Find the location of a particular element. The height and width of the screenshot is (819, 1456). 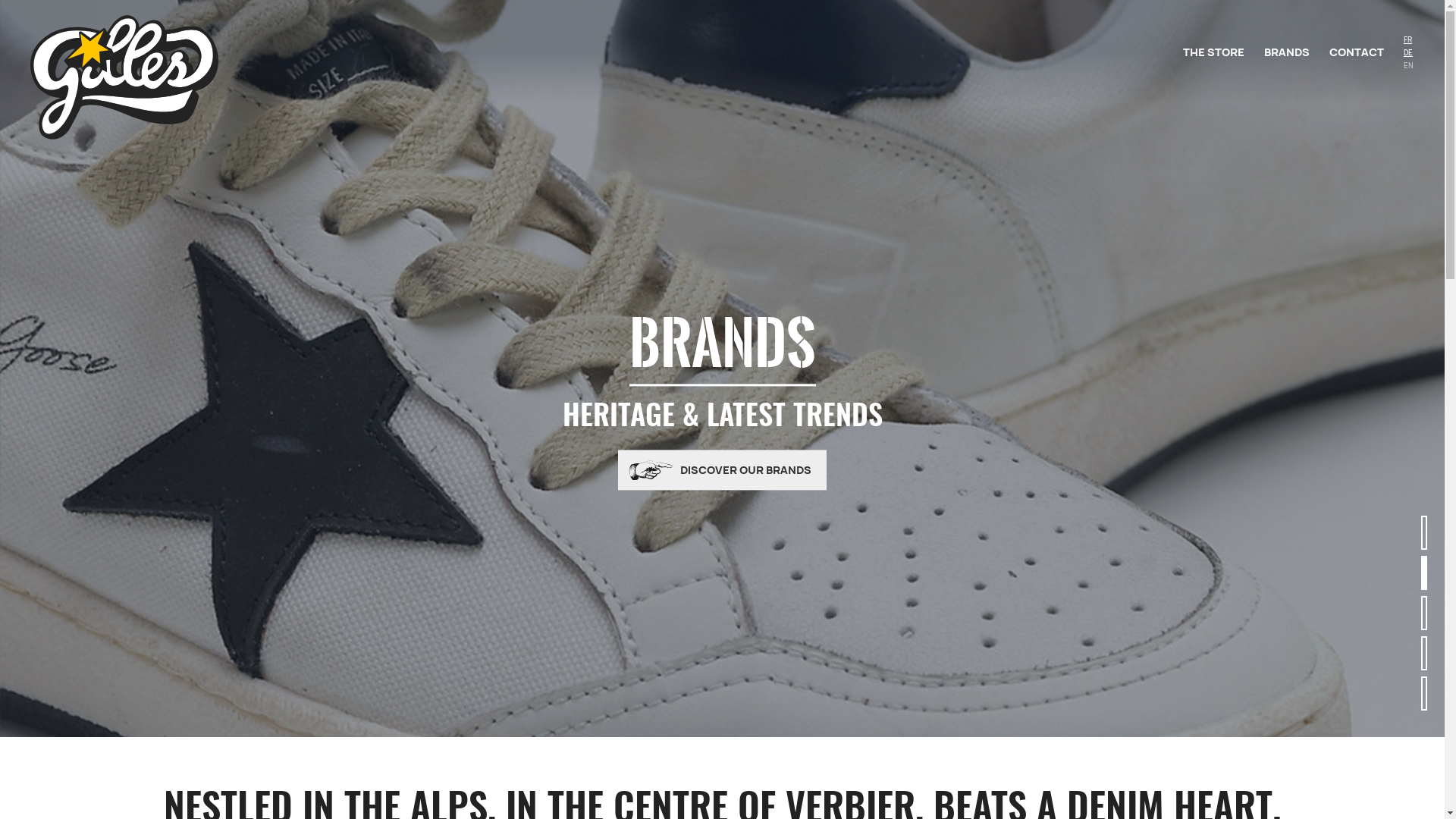

'DE' is located at coordinates (1403, 51).